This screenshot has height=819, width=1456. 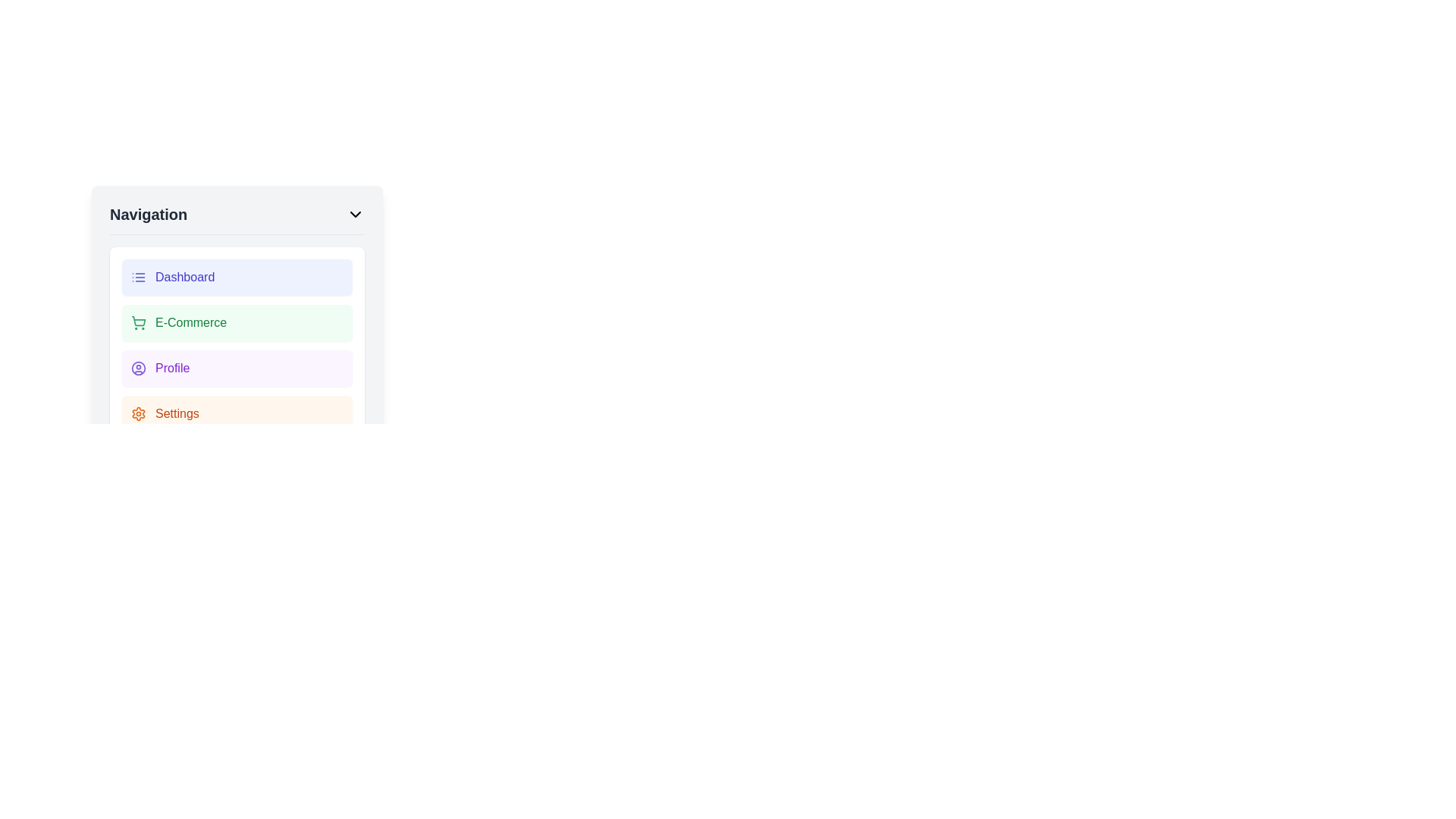 I want to click on the profile icon, which is a stylized user profile represented as a circle with a purple stroke, so click(x=138, y=369).